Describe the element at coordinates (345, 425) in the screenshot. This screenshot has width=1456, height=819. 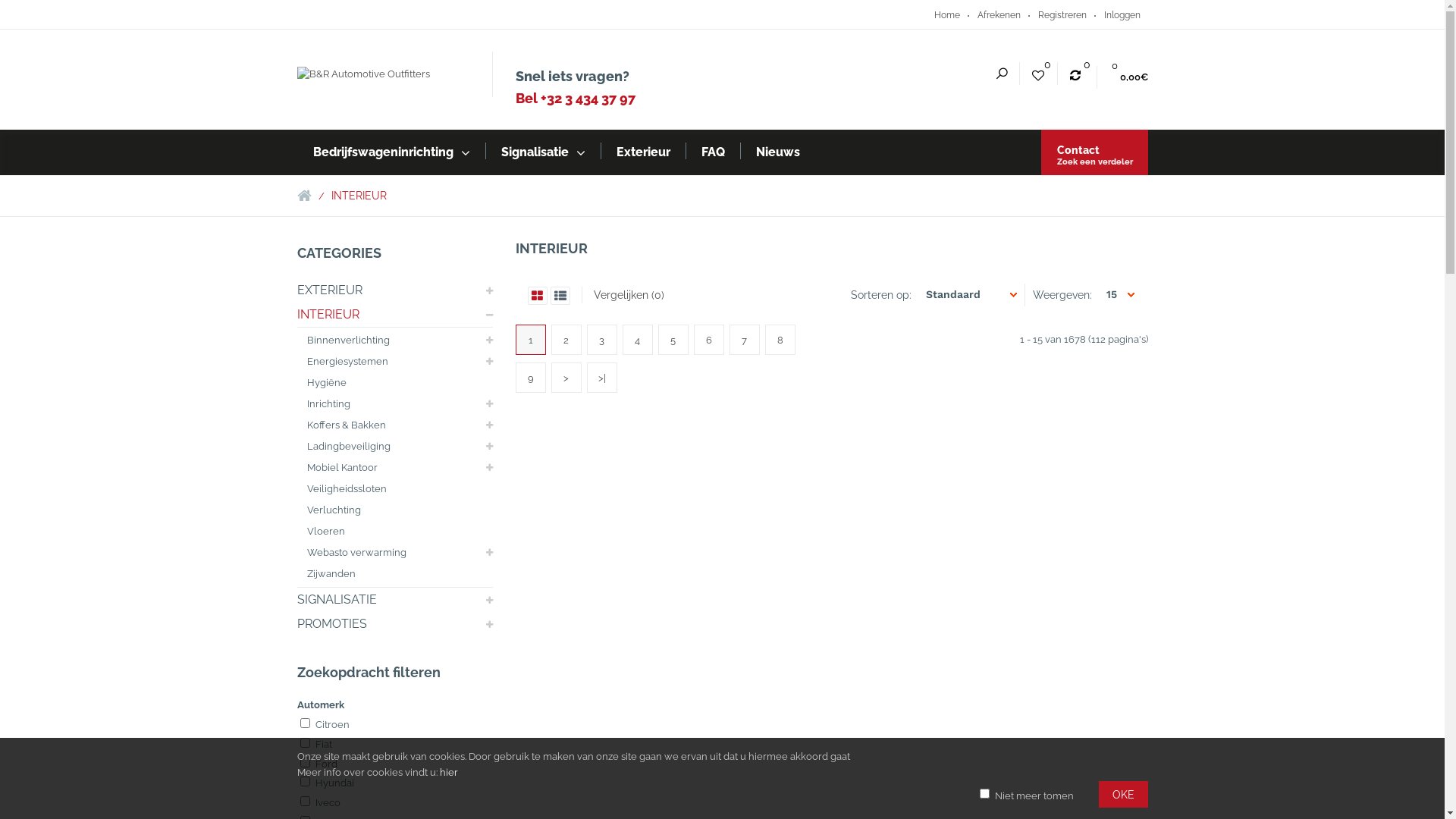
I see `'Koffers & Bakken'` at that location.